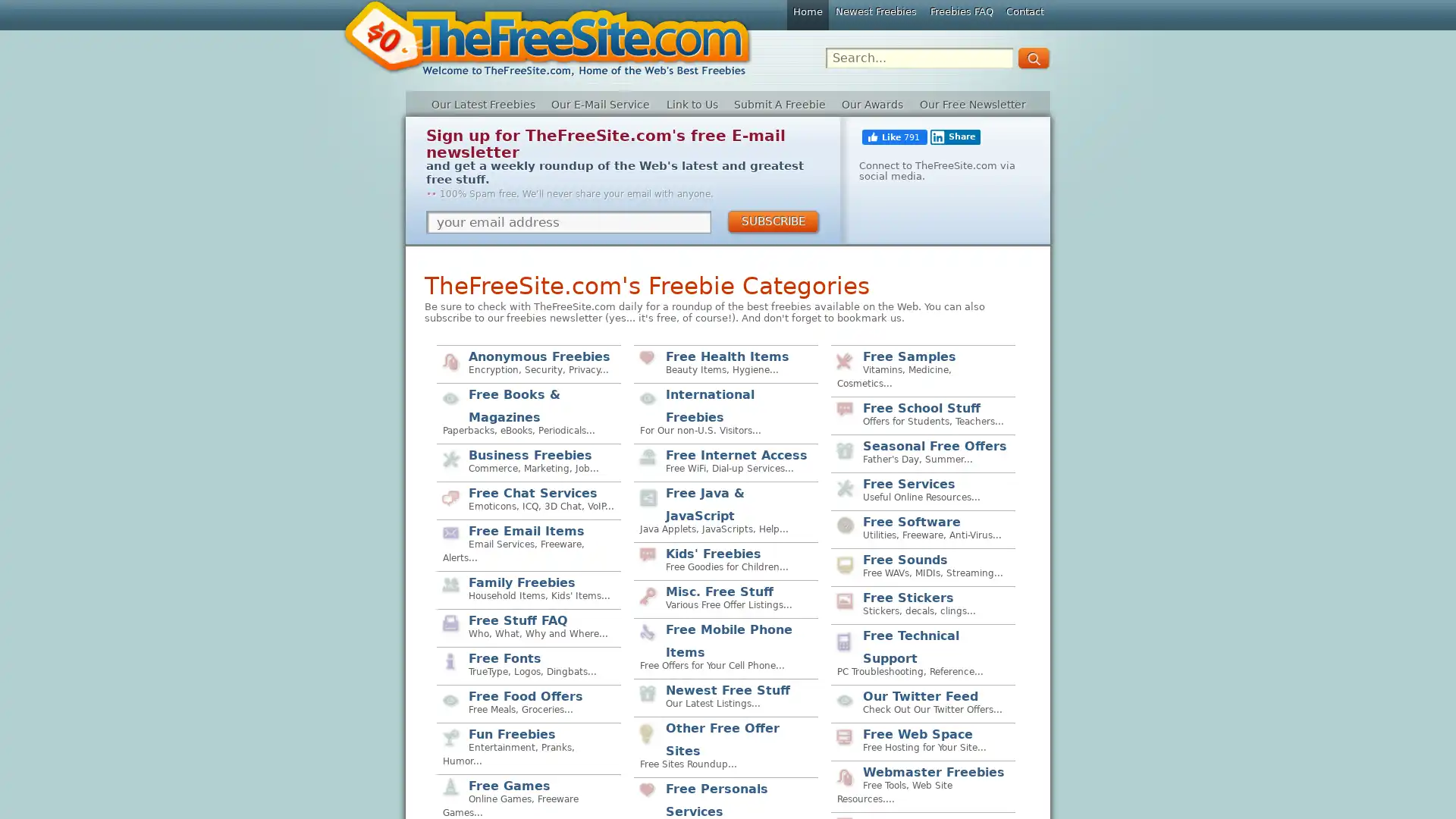 This screenshot has width=1456, height=819. I want to click on SUBSCRIBE, so click(773, 221).